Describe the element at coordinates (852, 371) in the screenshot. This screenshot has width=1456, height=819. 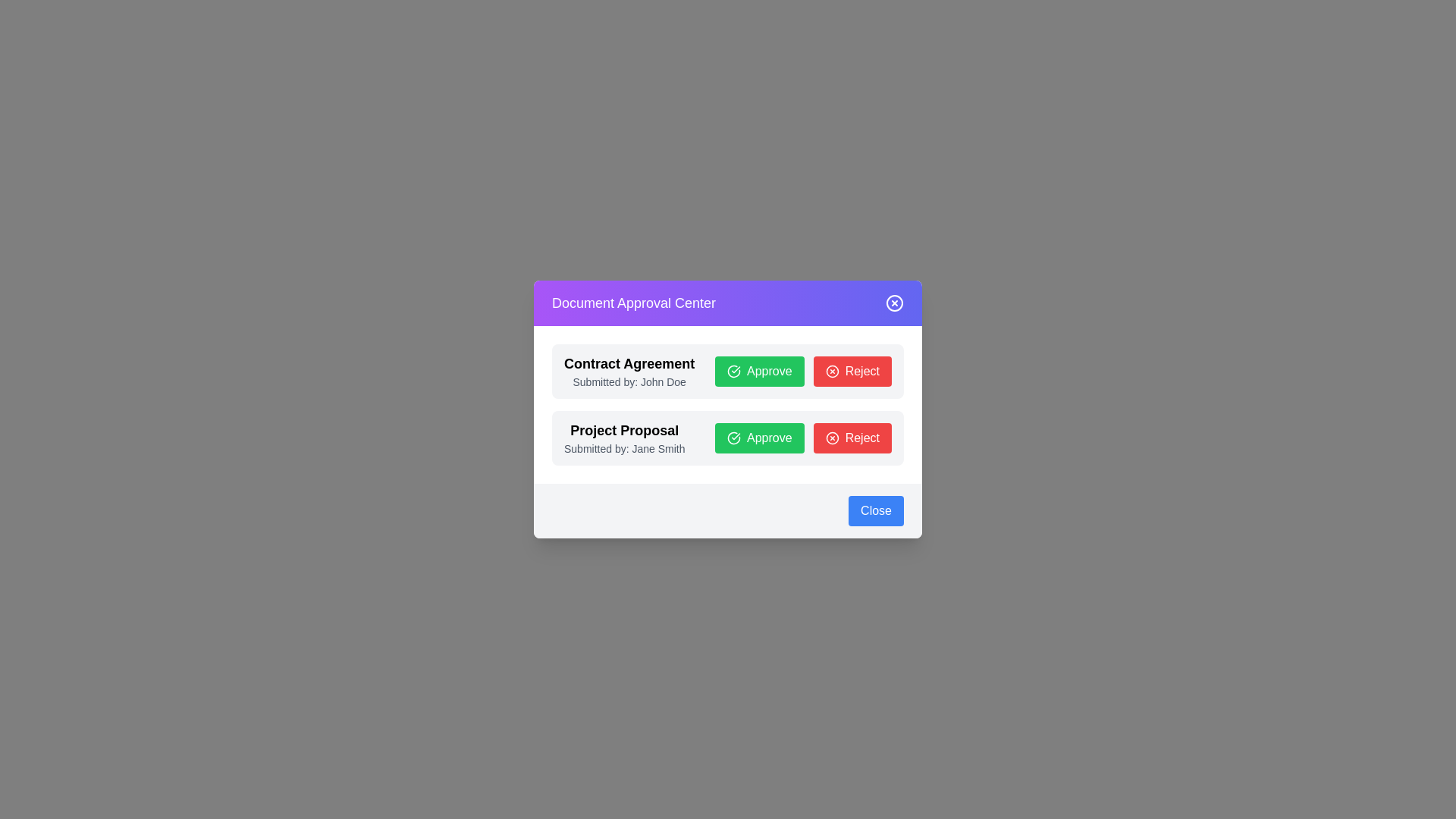
I see `the reject button located to the right of the green 'Approve' button in the 'Contract Agreement' section` at that location.